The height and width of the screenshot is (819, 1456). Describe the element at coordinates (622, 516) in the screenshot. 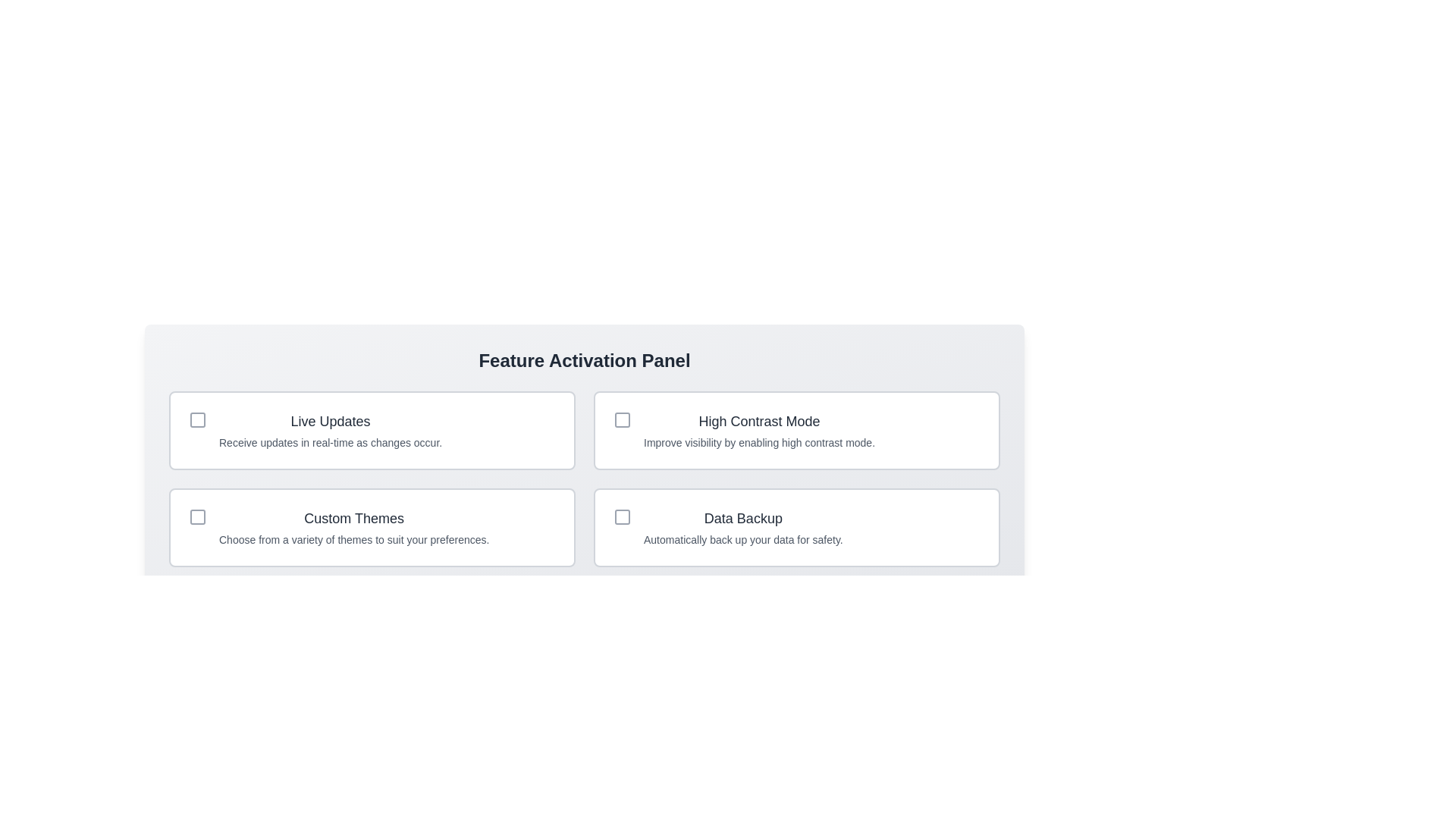

I see `the illustrative icon for the 'Data Backup' feature option, which is centered within the button in the bottom right quadrant of the feature panel` at that location.